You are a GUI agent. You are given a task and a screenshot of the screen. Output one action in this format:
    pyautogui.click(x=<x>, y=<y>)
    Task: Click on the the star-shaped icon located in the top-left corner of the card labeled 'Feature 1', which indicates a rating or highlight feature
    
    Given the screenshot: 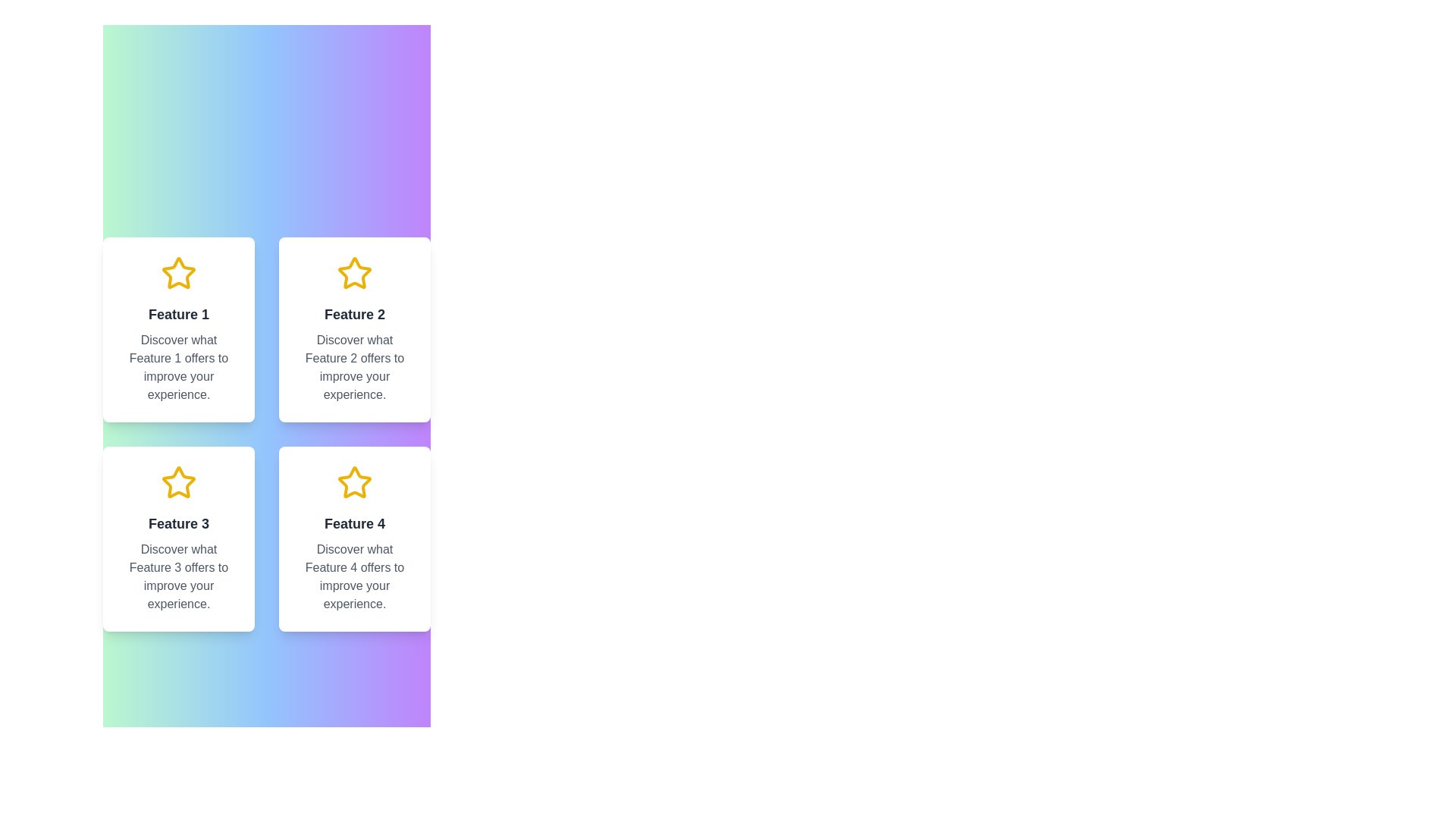 What is the action you would take?
    pyautogui.click(x=178, y=273)
    